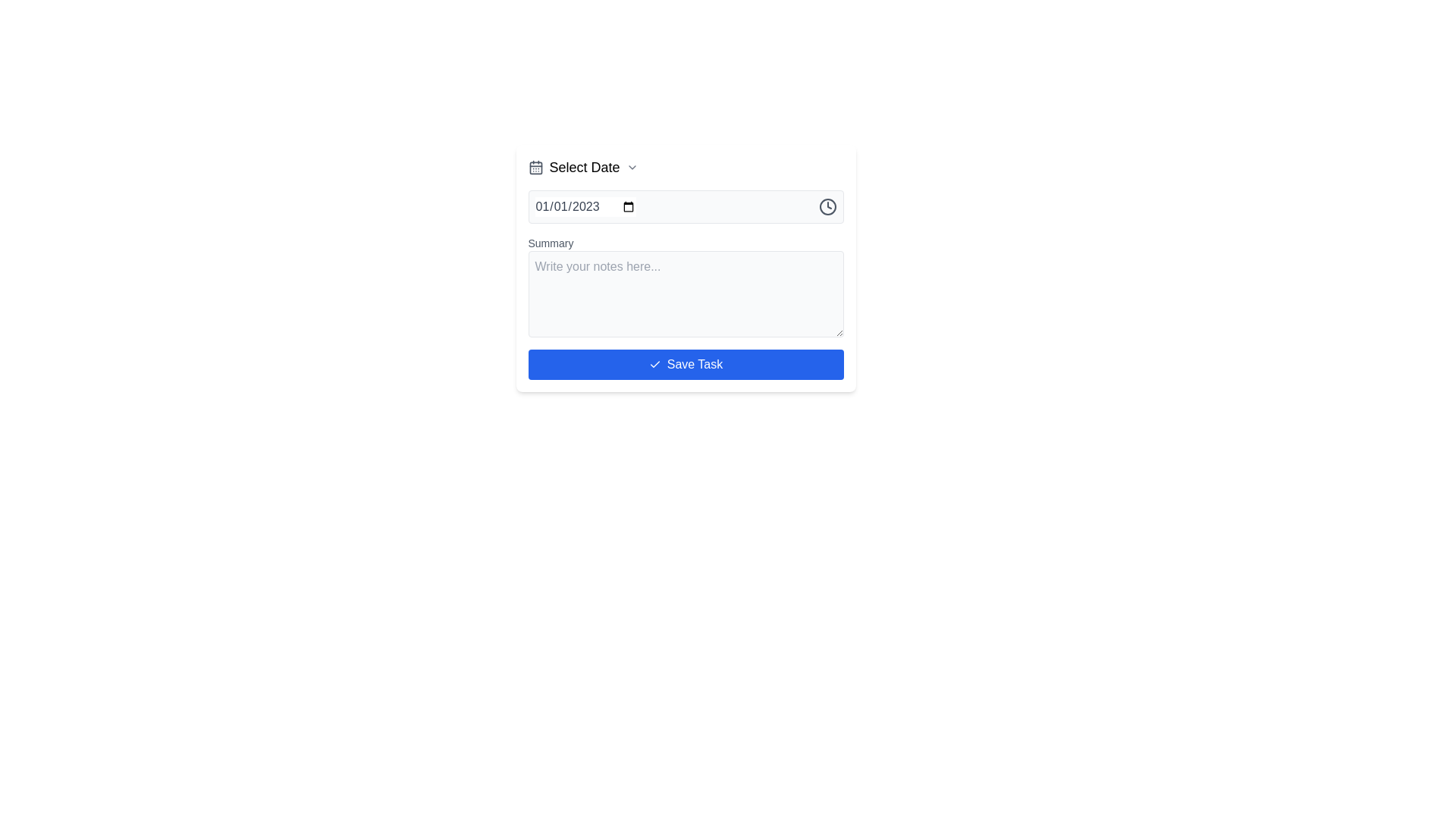  I want to click on the calendar icon with a gray outline positioned at the beginning of the 'Select Date' input field, so click(535, 167).